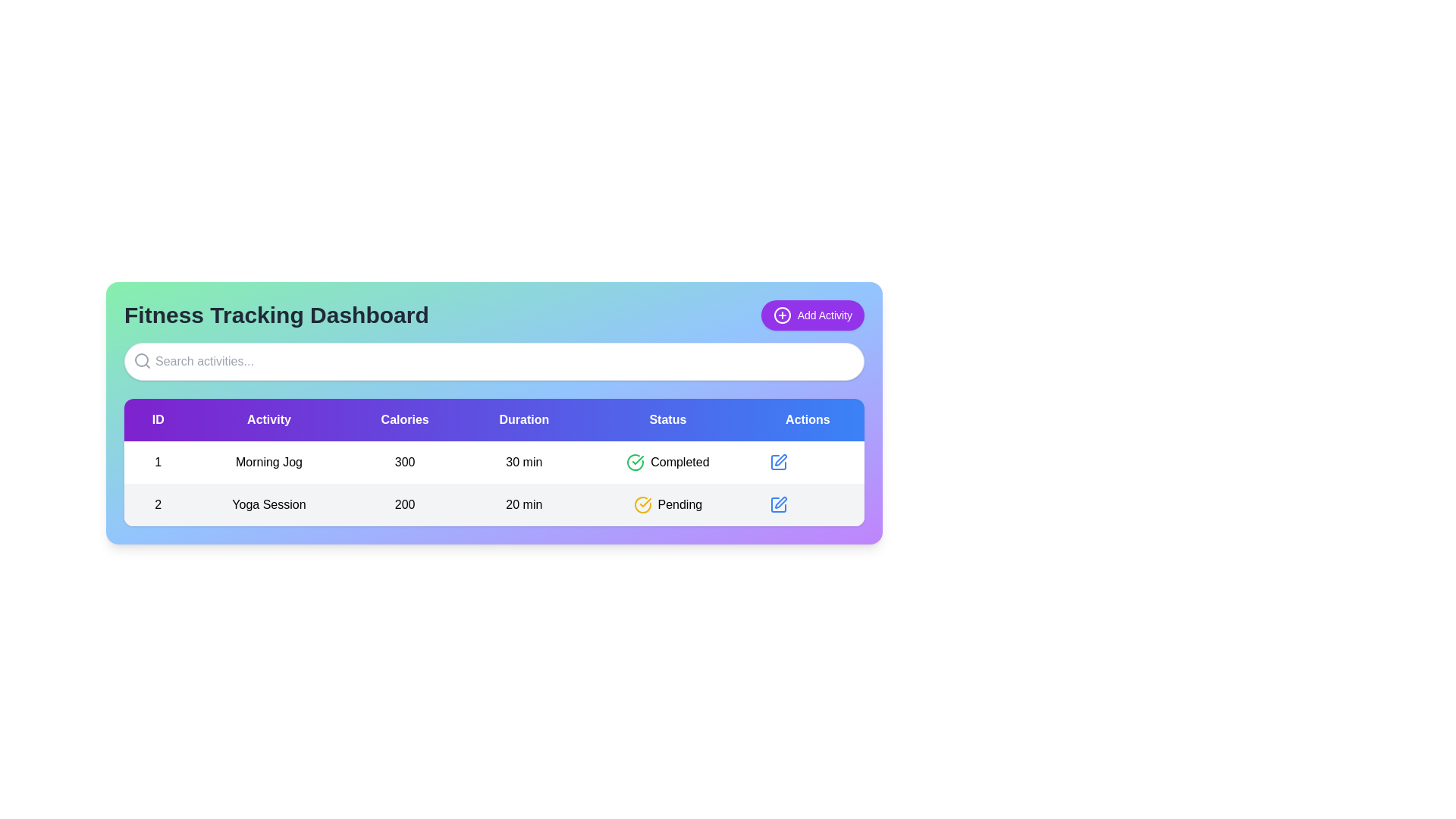 The image size is (1456, 819). I want to click on the second table row containing data about the yoga session, which has a light gray background that changes to blue on hover, so click(494, 505).